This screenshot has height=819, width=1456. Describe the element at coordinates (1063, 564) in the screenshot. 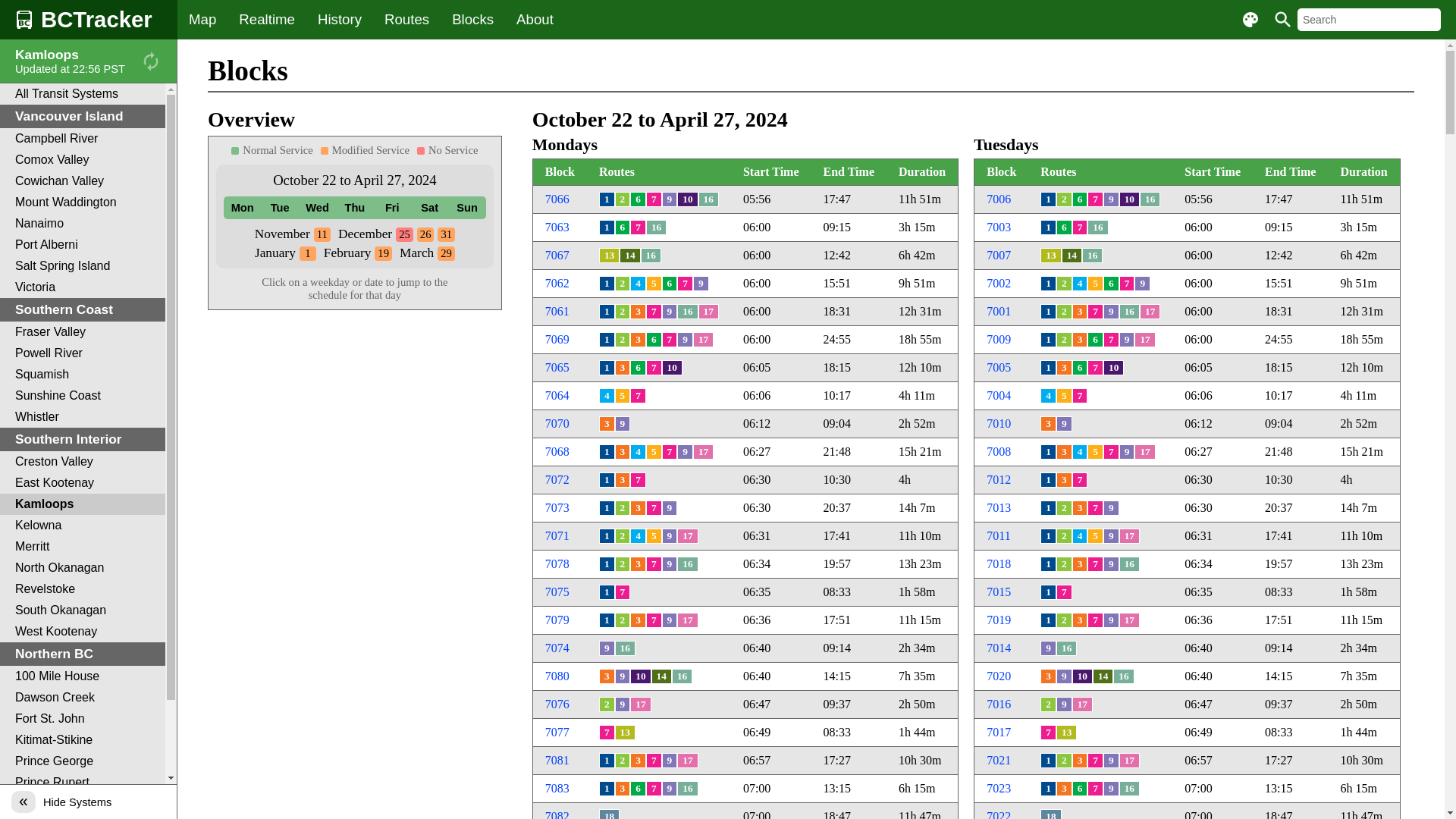

I see `'2'` at that location.